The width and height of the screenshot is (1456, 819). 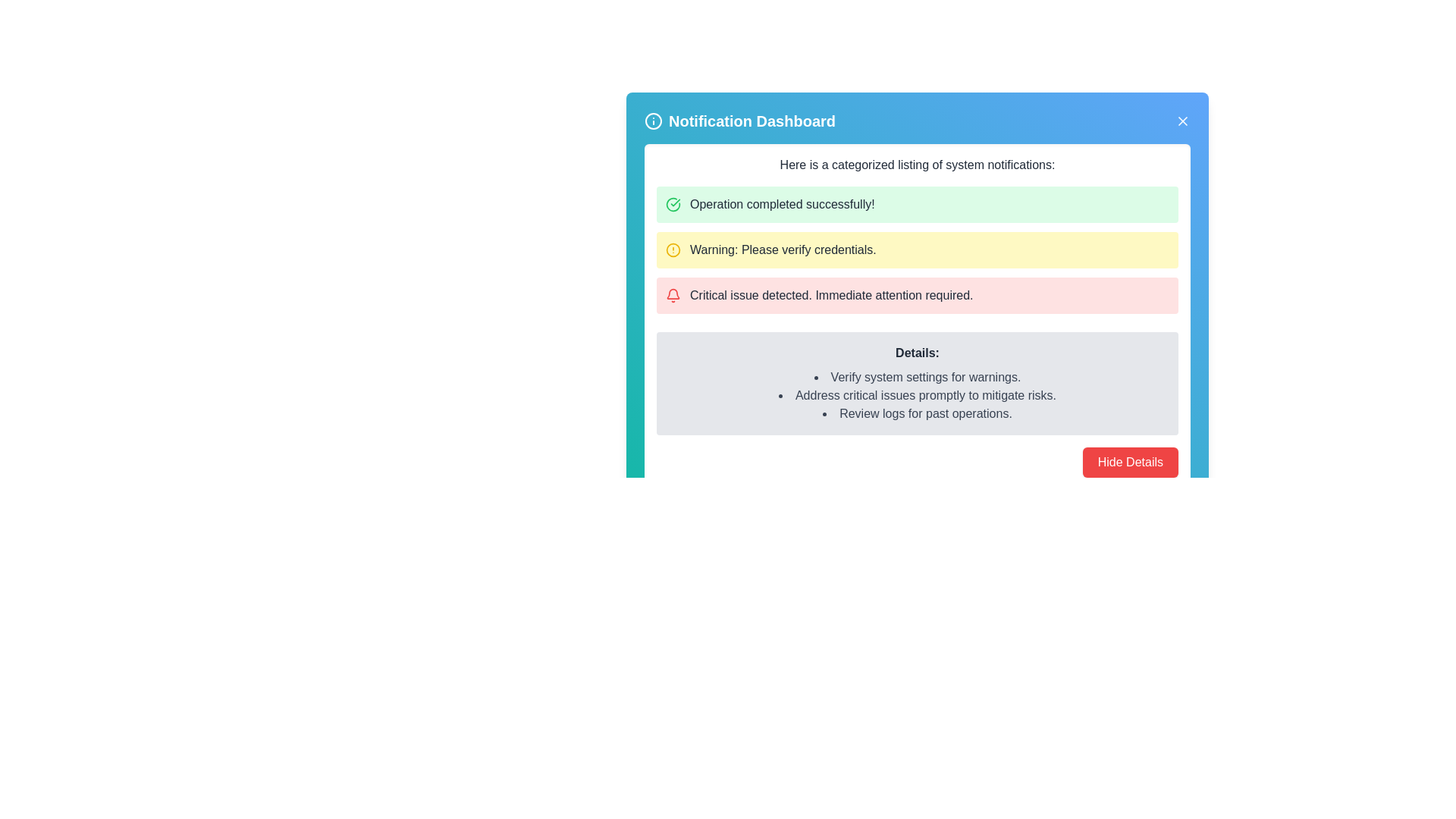 I want to click on the circular green checkmark icon, which symbolizes success, located in the notification dashboard, so click(x=673, y=205).